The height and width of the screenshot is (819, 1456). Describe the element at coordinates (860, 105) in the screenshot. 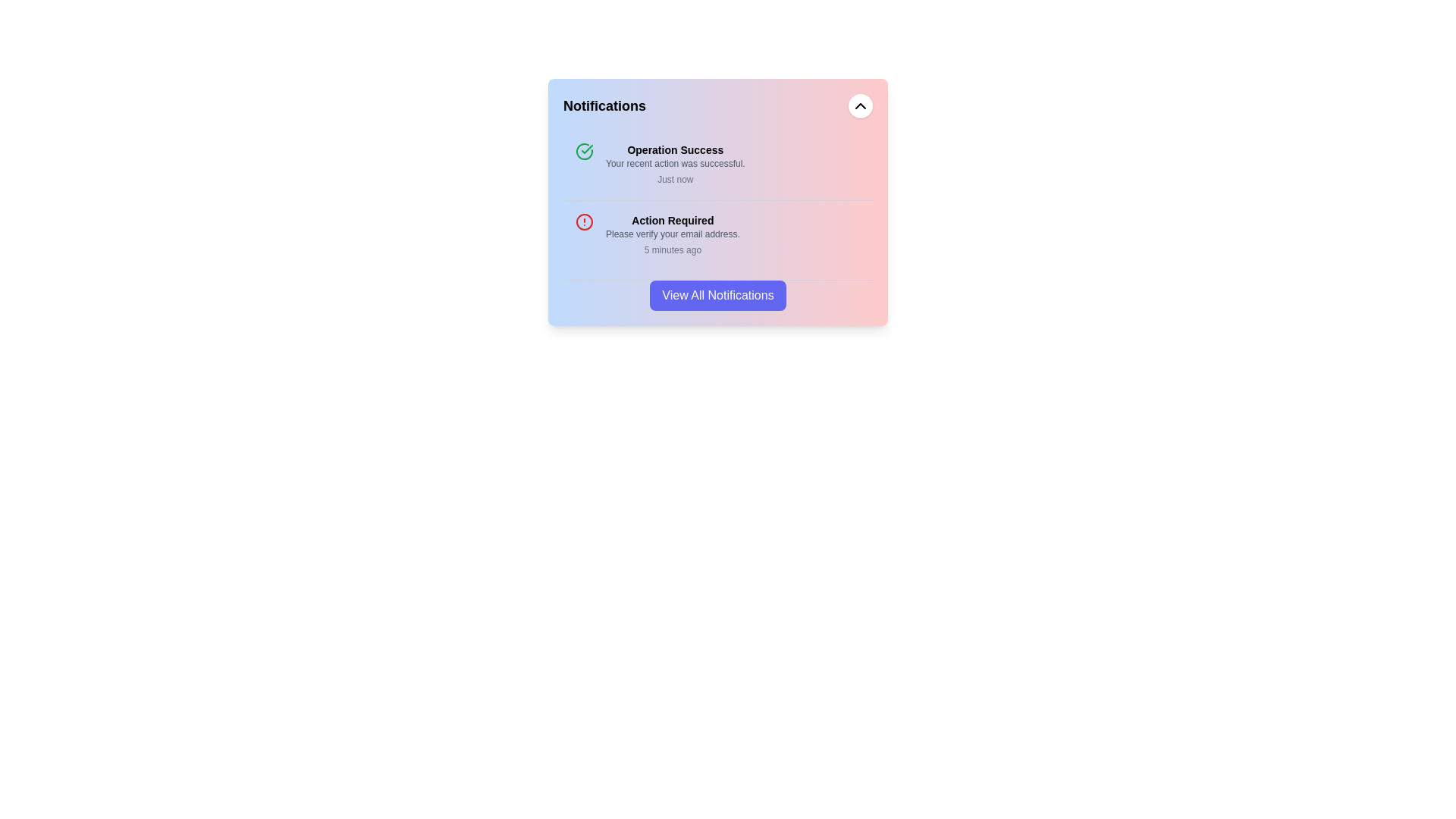

I see `the chevron icon located in the top-right corner of the notifications dialog box to interact with its functionality` at that location.